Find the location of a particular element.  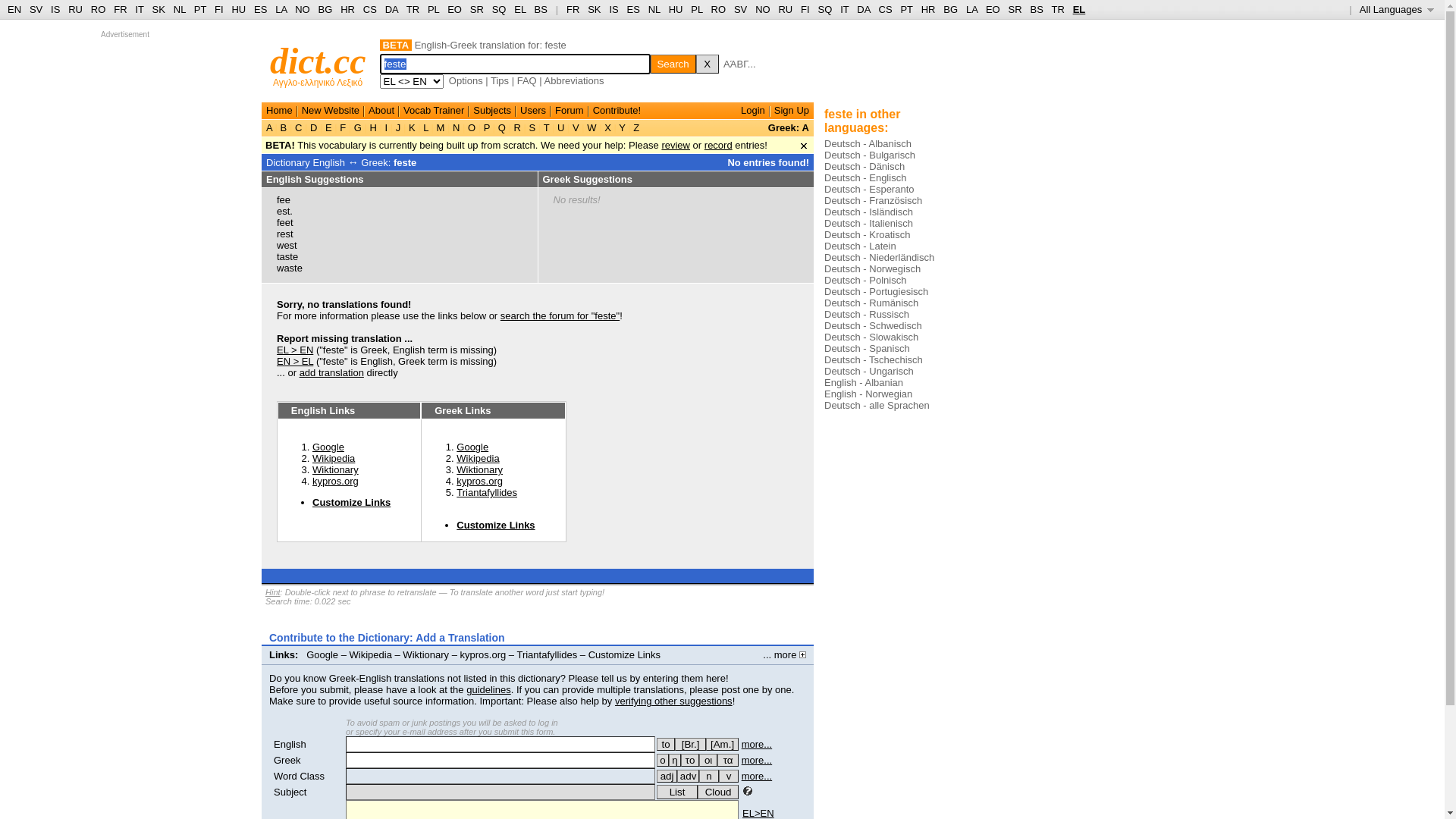

'dict.cc' is located at coordinates (317, 60).